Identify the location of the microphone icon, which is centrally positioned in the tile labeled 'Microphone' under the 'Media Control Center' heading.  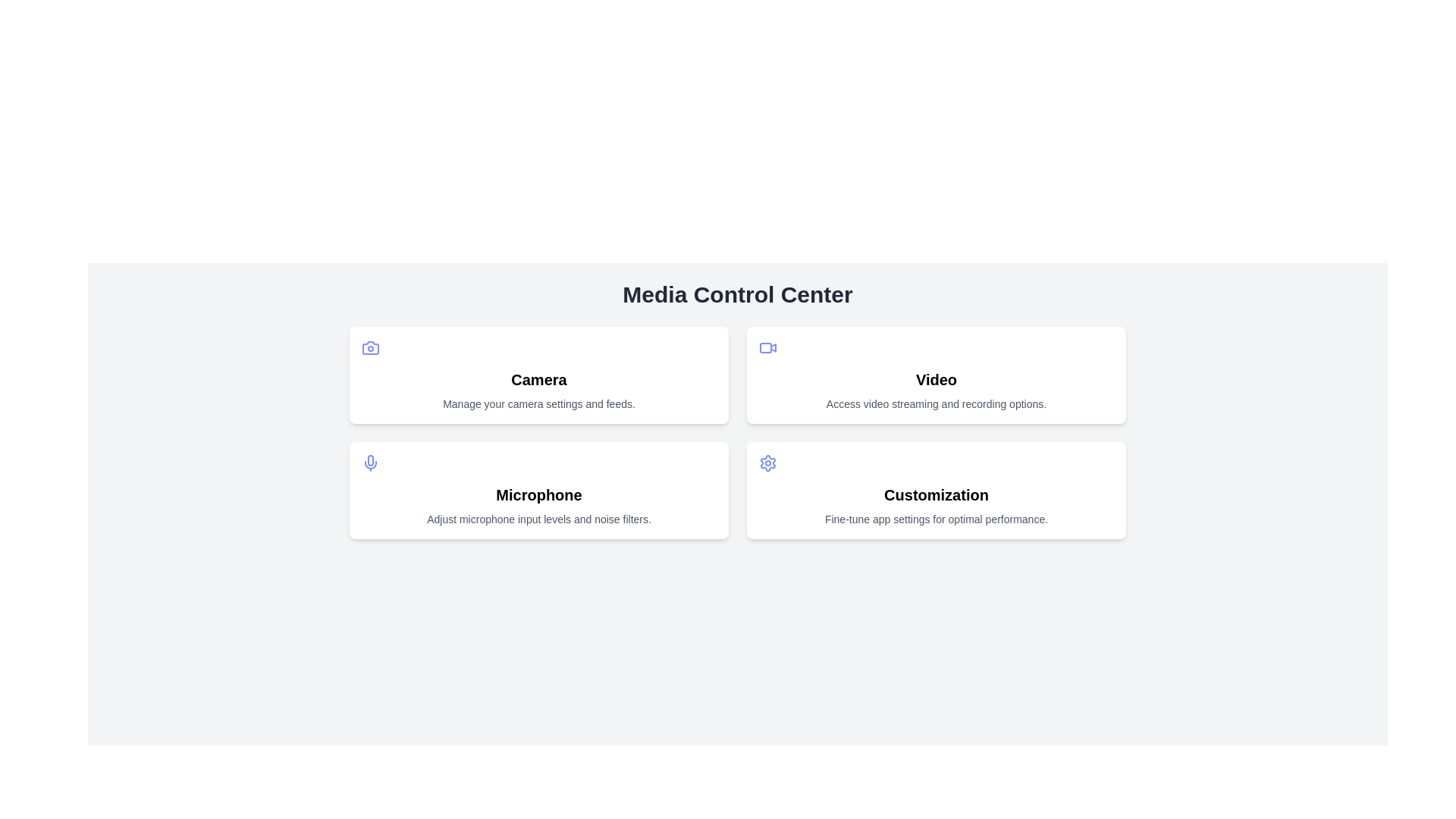
(371, 460).